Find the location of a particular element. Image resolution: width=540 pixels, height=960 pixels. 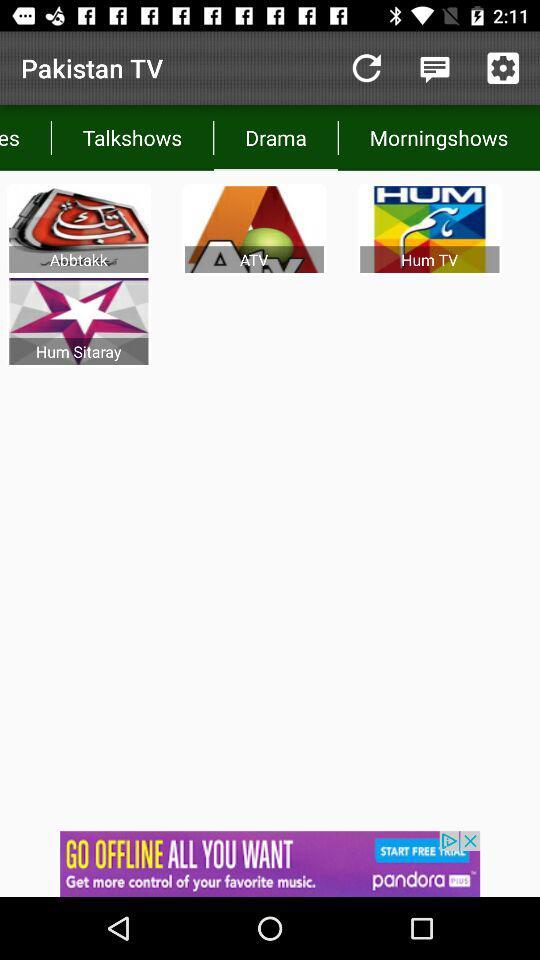

open menu is located at coordinates (434, 68).